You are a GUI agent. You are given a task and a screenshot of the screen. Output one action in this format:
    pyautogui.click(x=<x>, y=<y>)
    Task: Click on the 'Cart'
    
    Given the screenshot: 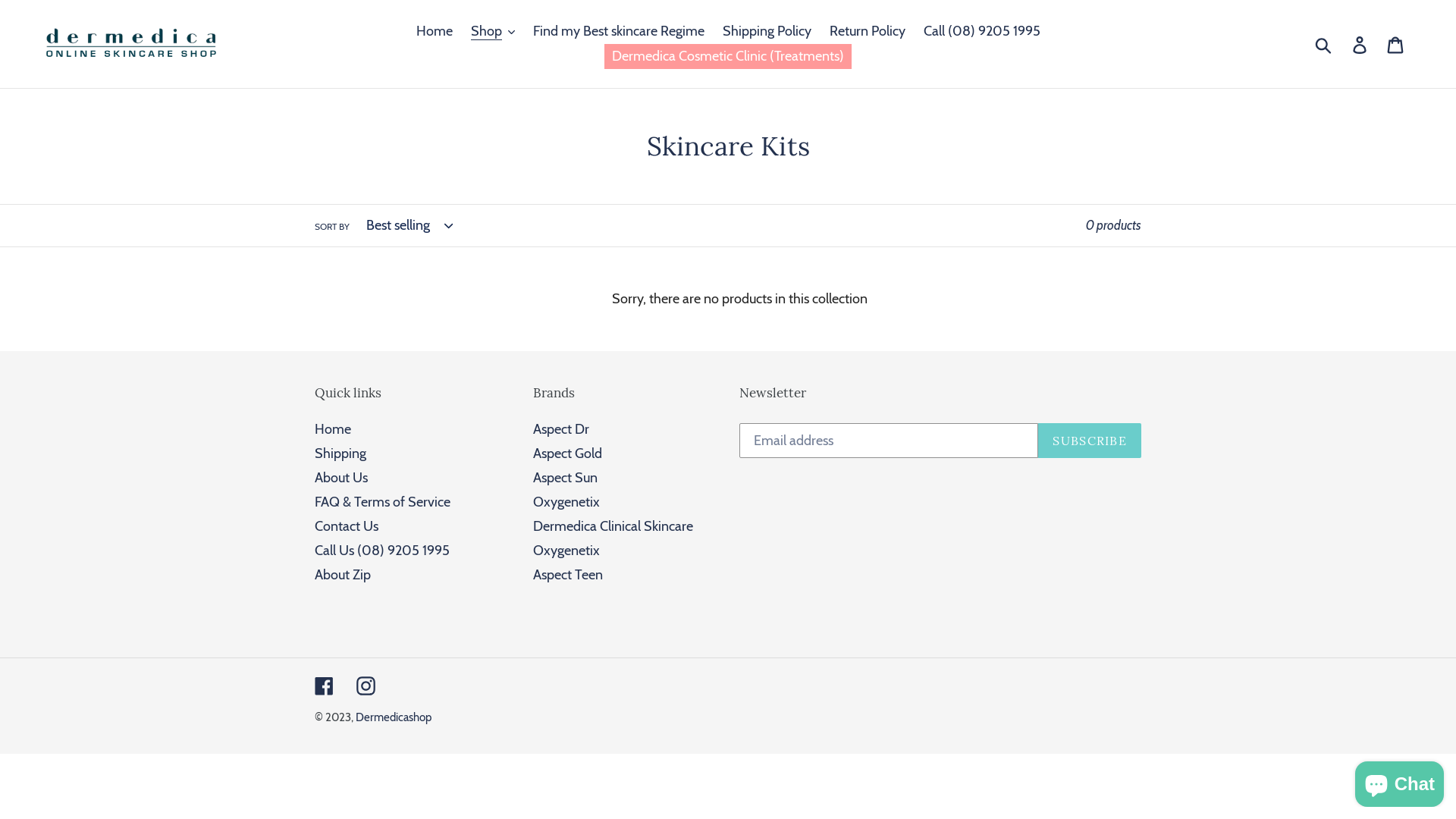 What is the action you would take?
    pyautogui.click(x=1395, y=42)
    